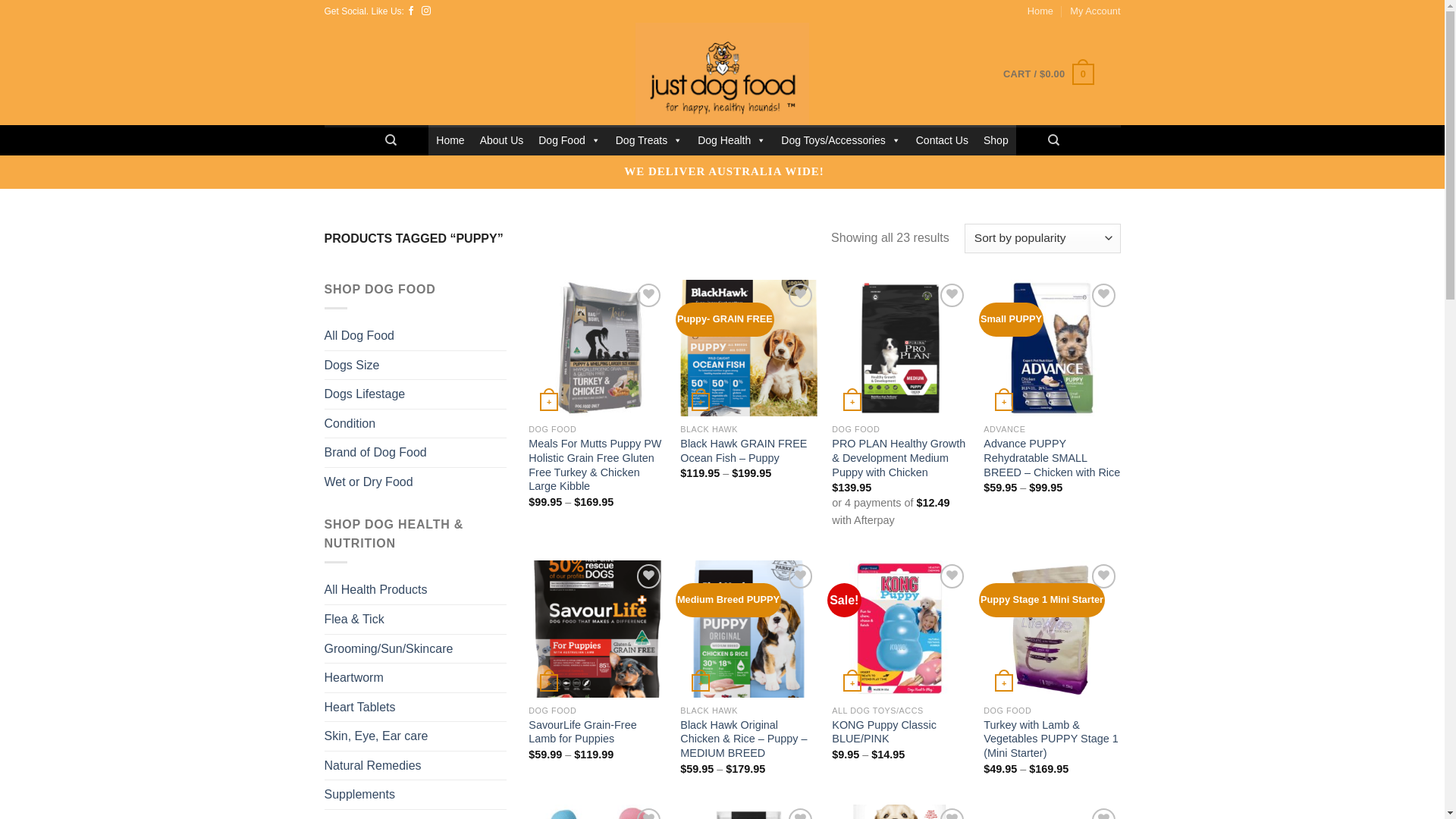  I want to click on 'Dog Treats', so click(648, 140).